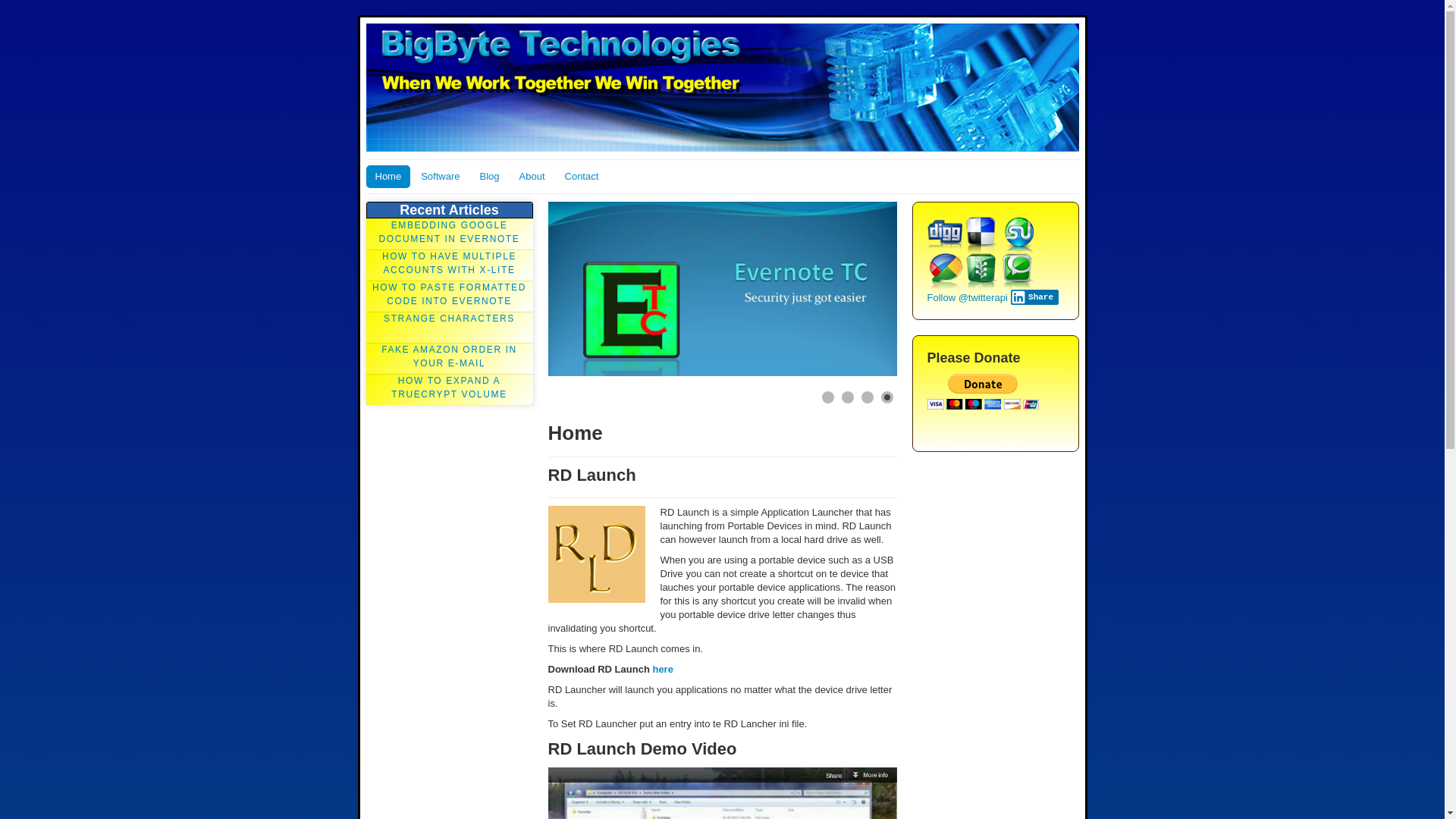 The image size is (1456, 819). Describe the element at coordinates (981, 271) in the screenshot. I see `'newsvine'` at that location.